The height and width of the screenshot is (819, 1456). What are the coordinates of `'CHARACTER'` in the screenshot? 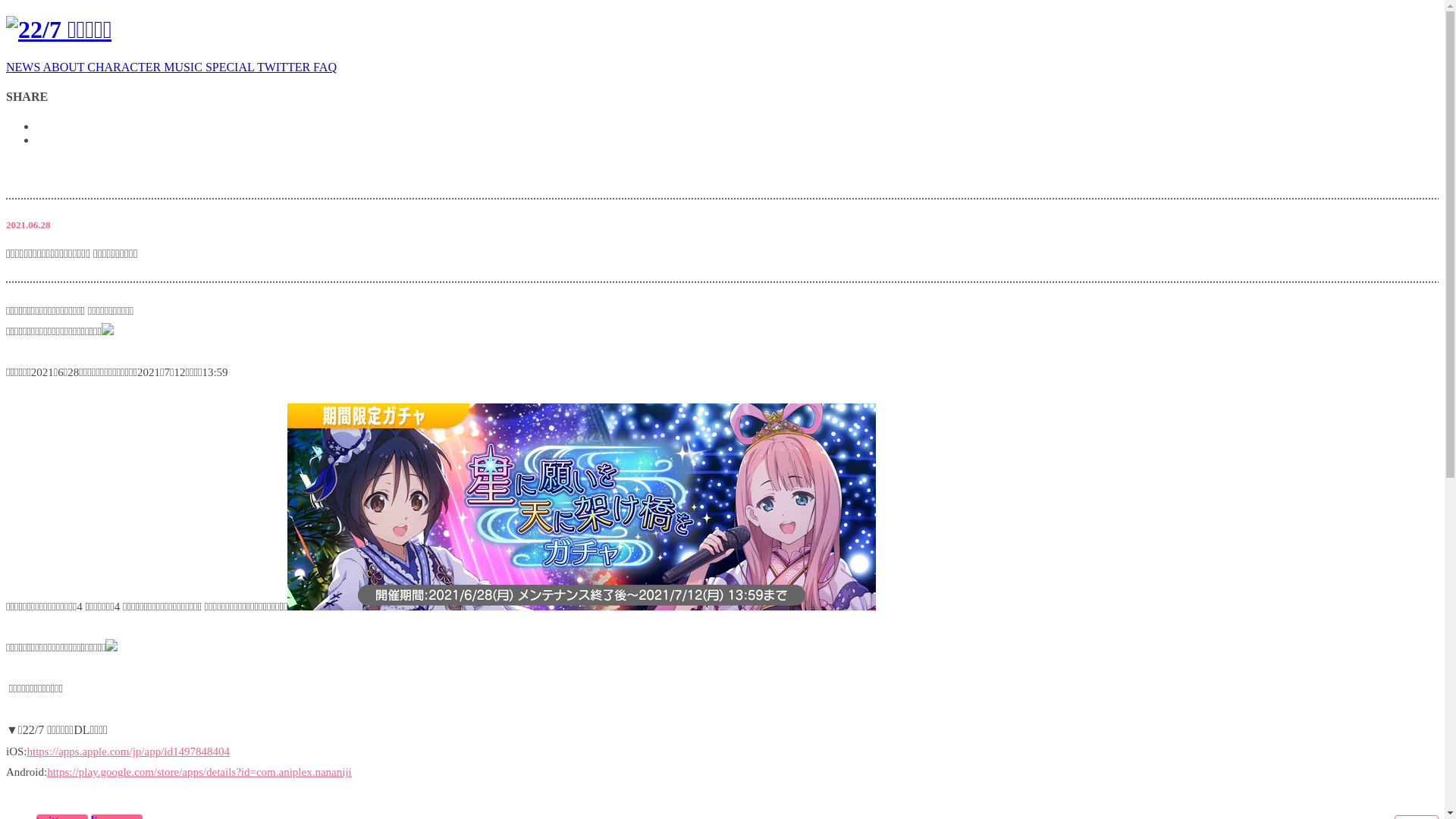 It's located at (125, 66).